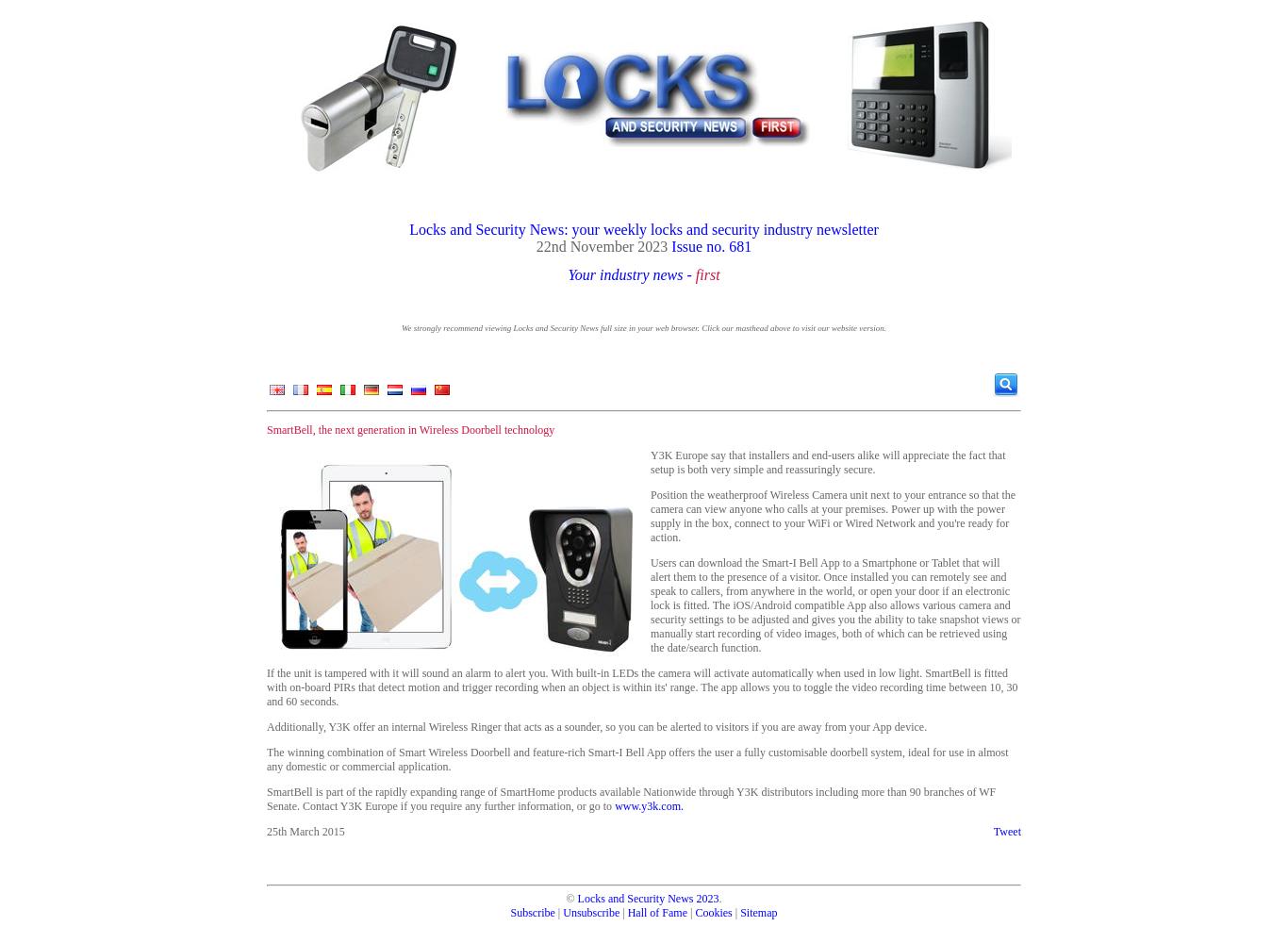 This screenshot has height=943, width=1288. Describe the element at coordinates (706, 898) in the screenshot. I see `'2023'` at that location.